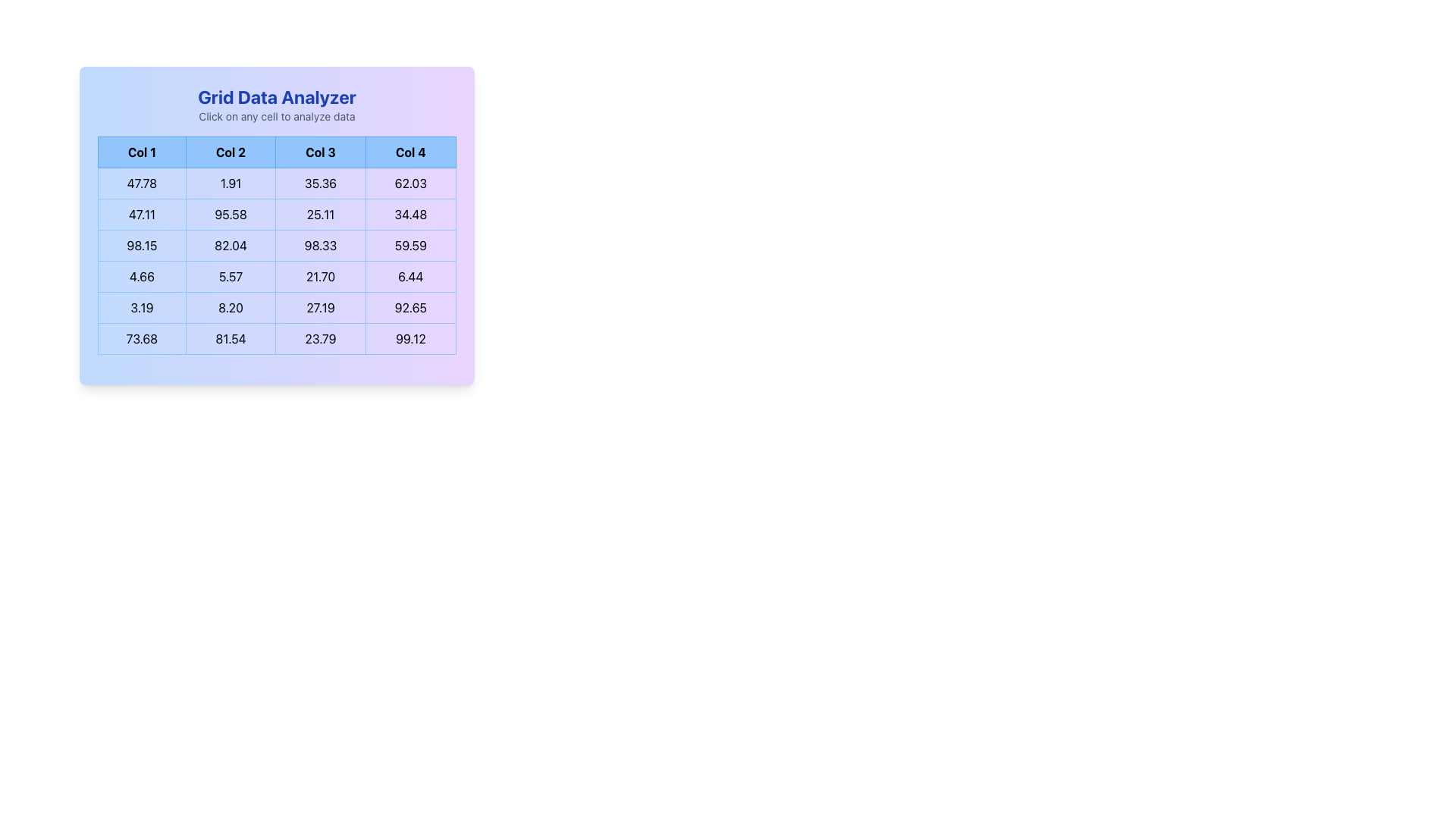  I want to click on the numeric value '82.04' in the second cell of the second column of the third row in the grid-like table, which is styled with a bordered box and surrounded by similar numeric elements, so click(230, 245).